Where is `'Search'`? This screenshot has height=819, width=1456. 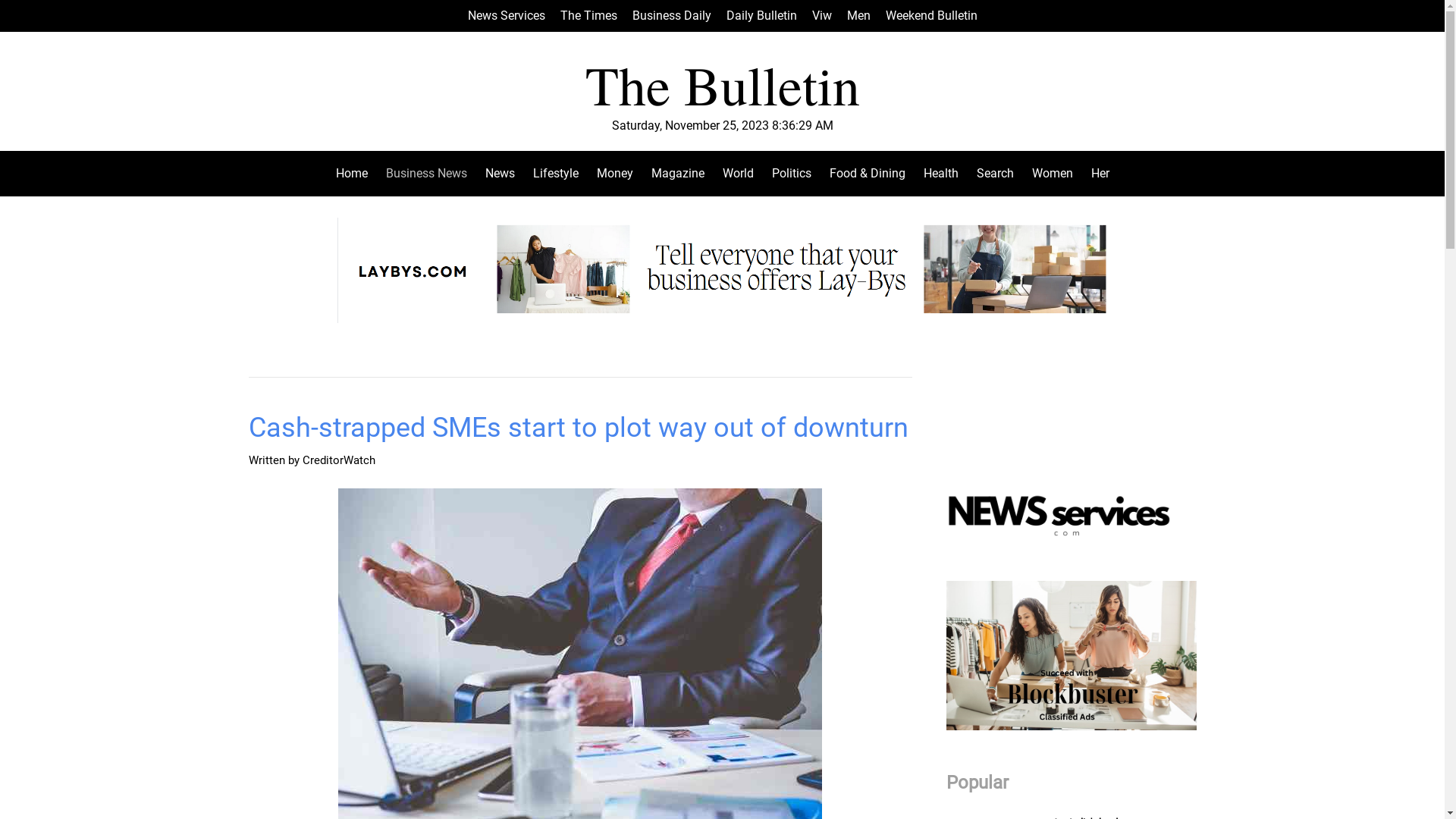
'Search' is located at coordinates (967, 172).